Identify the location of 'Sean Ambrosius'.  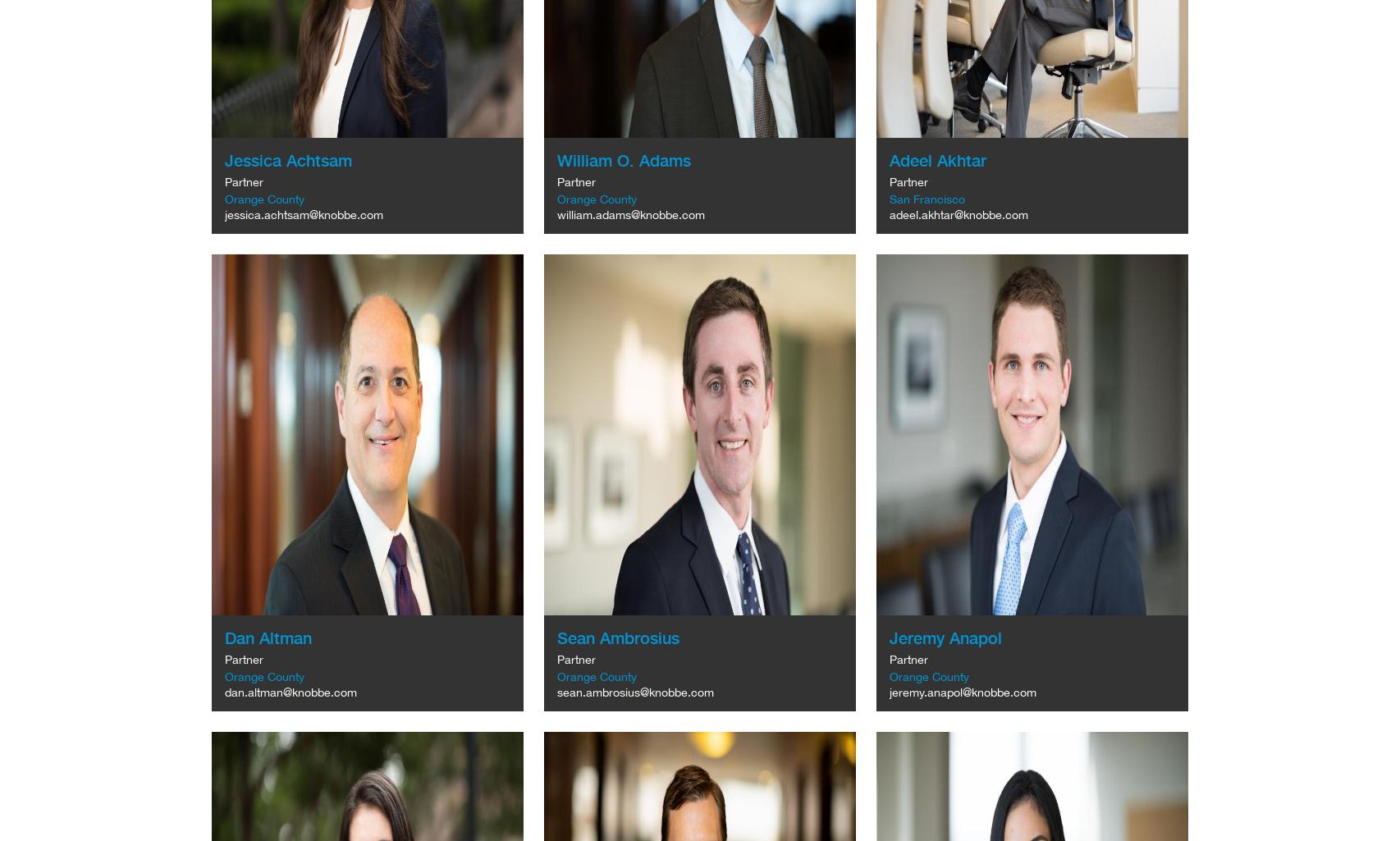
(616, 637).